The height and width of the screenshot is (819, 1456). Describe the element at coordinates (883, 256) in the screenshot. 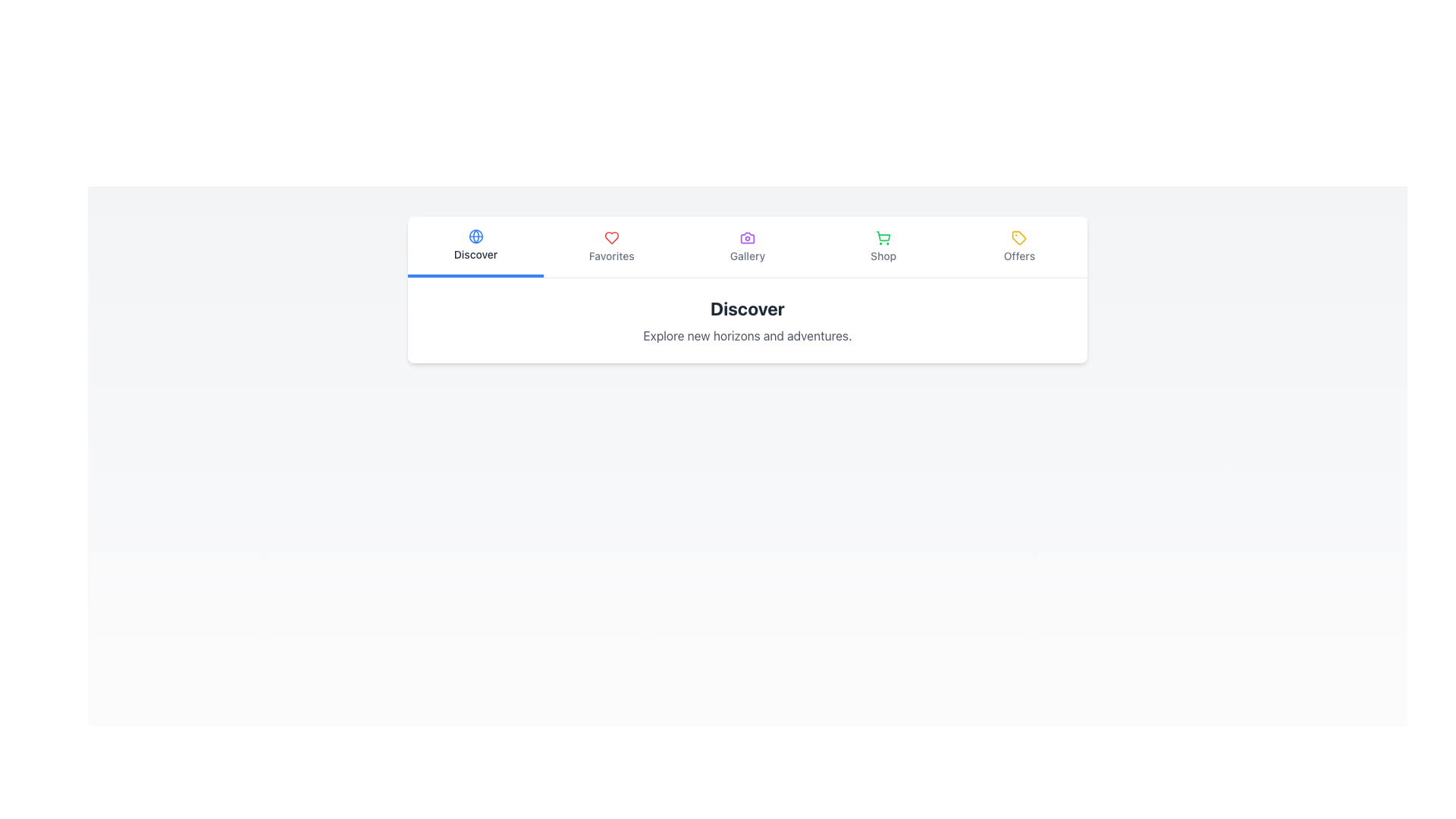

I see `the 'Shop' static text label in the navigation bar, which is located under the shopping cart icon` at that location.